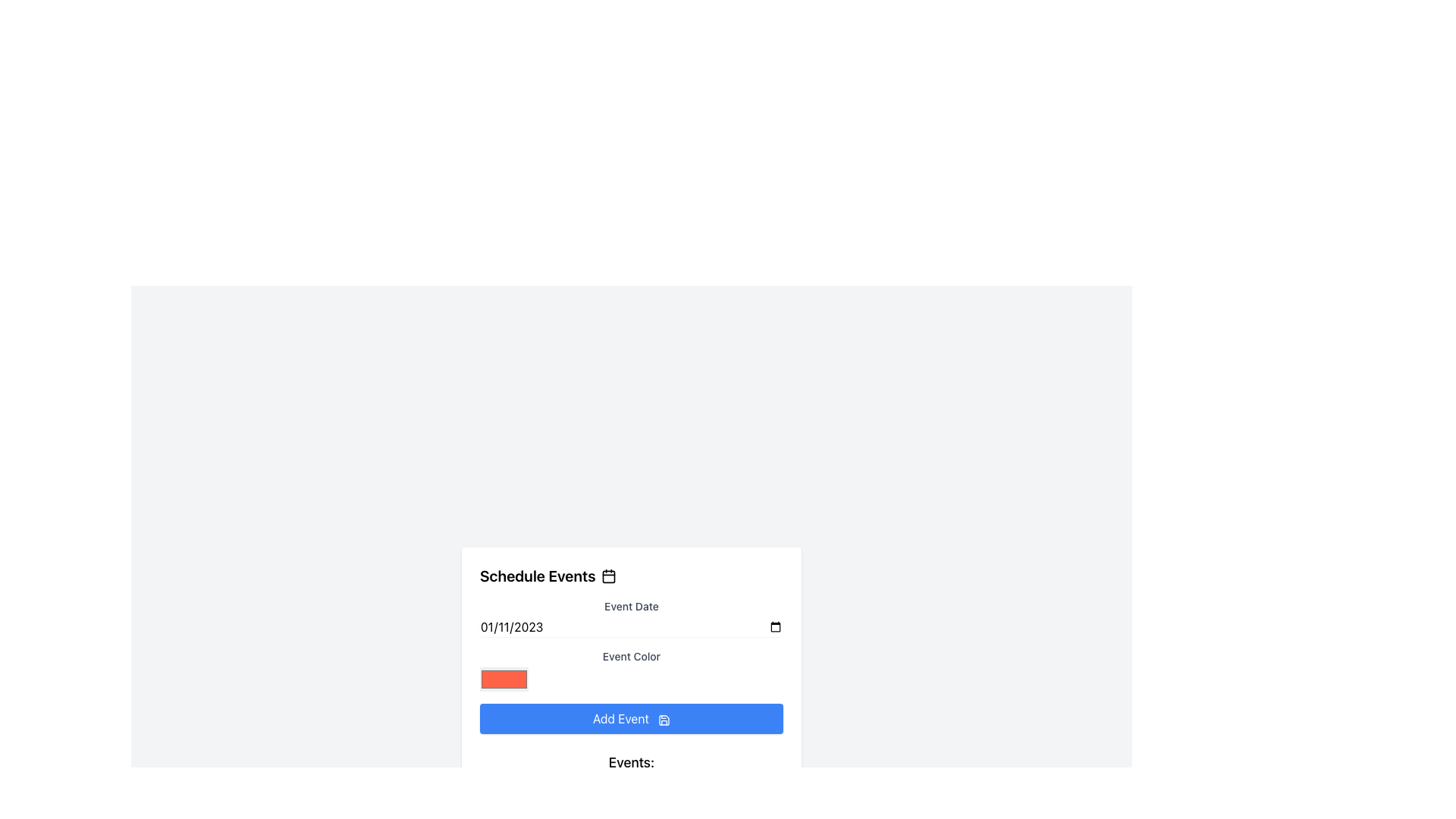  What do you see at coordinates (609, 576) in the screenshot?
I see `the calendar icon located to the right of the 'Schedule Events' label in the header of the form-like section` at bounding box center [609, 576].